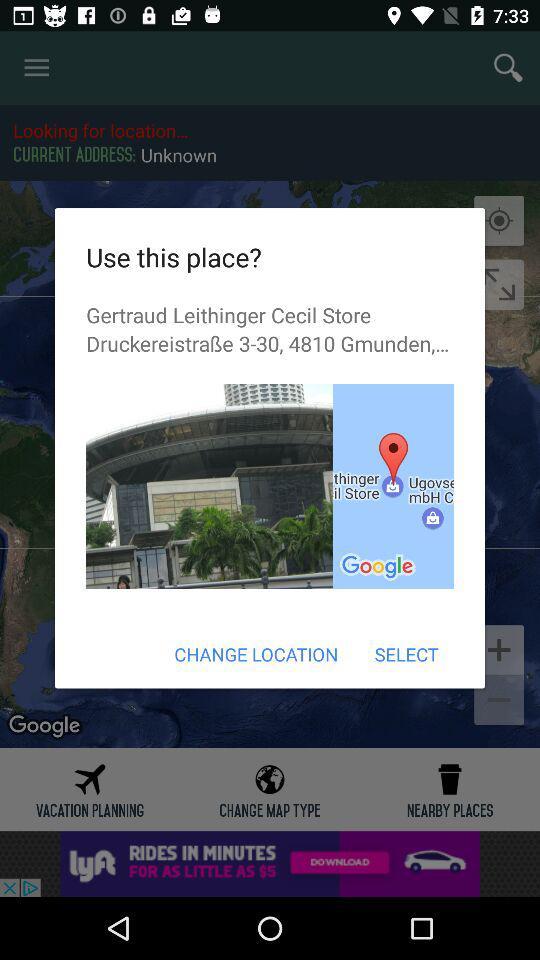 The height and width of the screenshot is (960, 540). What do you see at coordinates (256, 653) in the screenshot?
I see `the item next to select item` at bounding box center [256, 653].